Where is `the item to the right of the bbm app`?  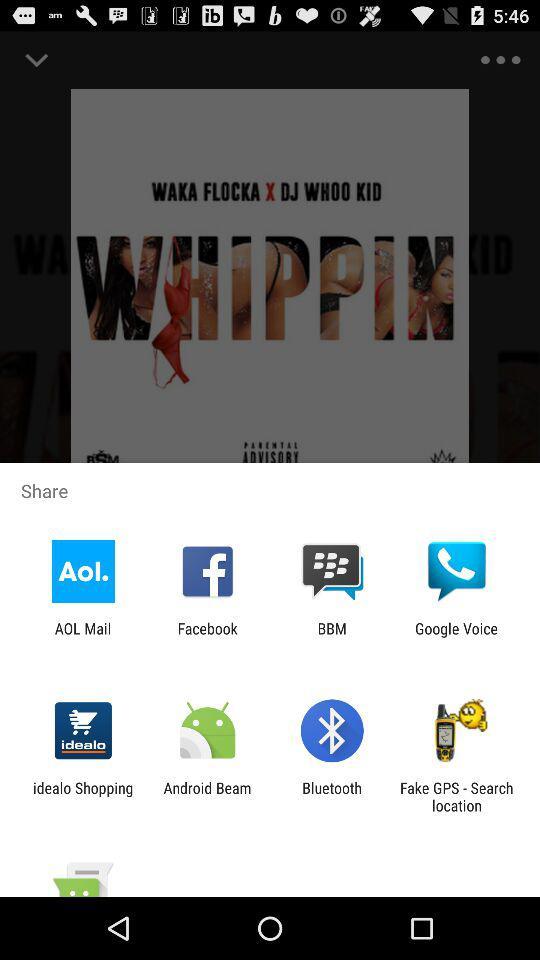
the item to the right of the bbm app is located at coordinates (456, 636).